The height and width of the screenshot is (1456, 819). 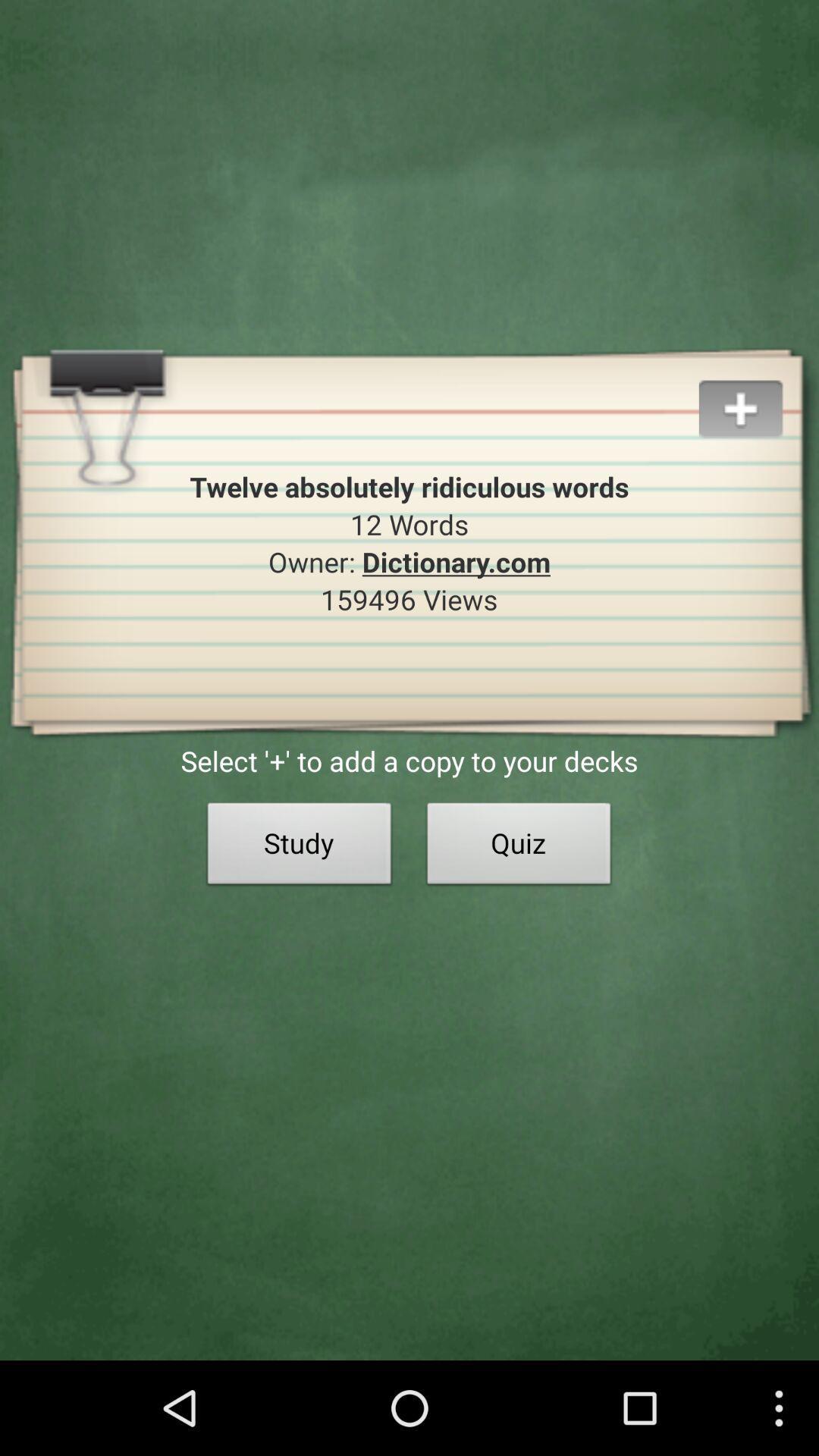 I want to click on a copy to your deck, so click(x=758, y=391).